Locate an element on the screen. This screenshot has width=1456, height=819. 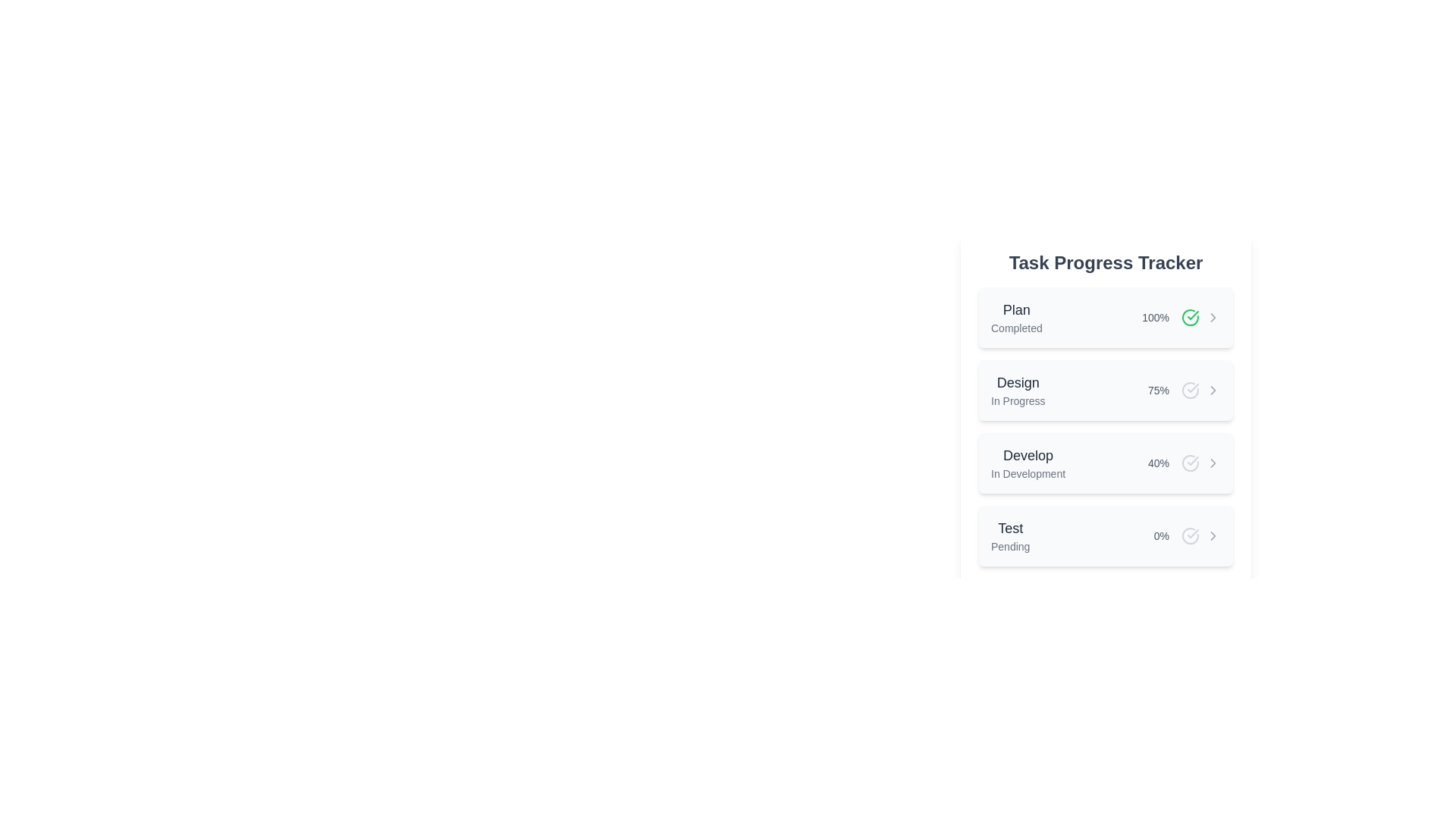
the Chevron icon located at the rightmost edge of the 'Develop' section is located at coordinates (1212, 462).